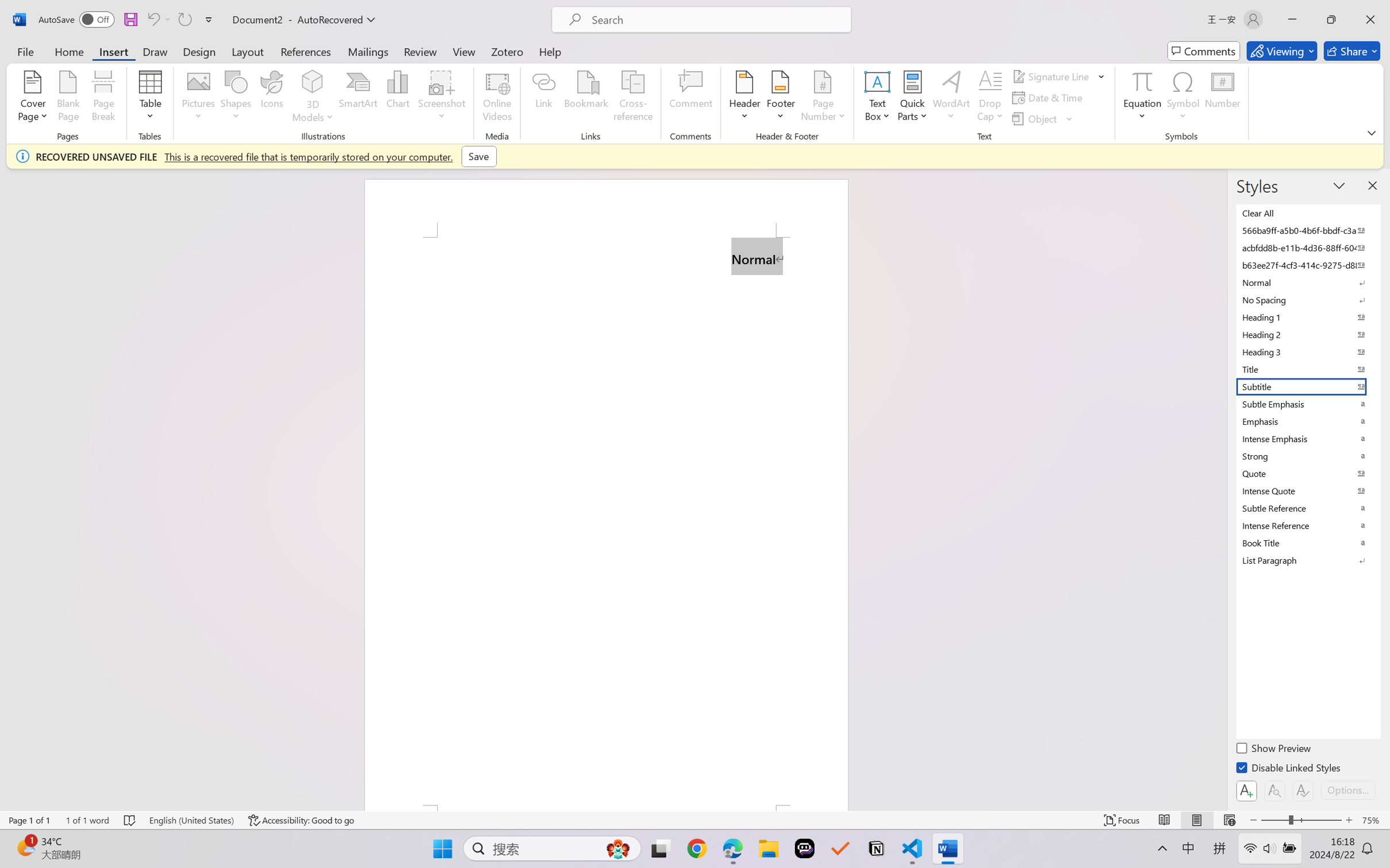 The height and width of the screenshot is (868, 1390). Describe the element at coordinates (1307, 369) in the screenshot. I see `'Title'` at that location.